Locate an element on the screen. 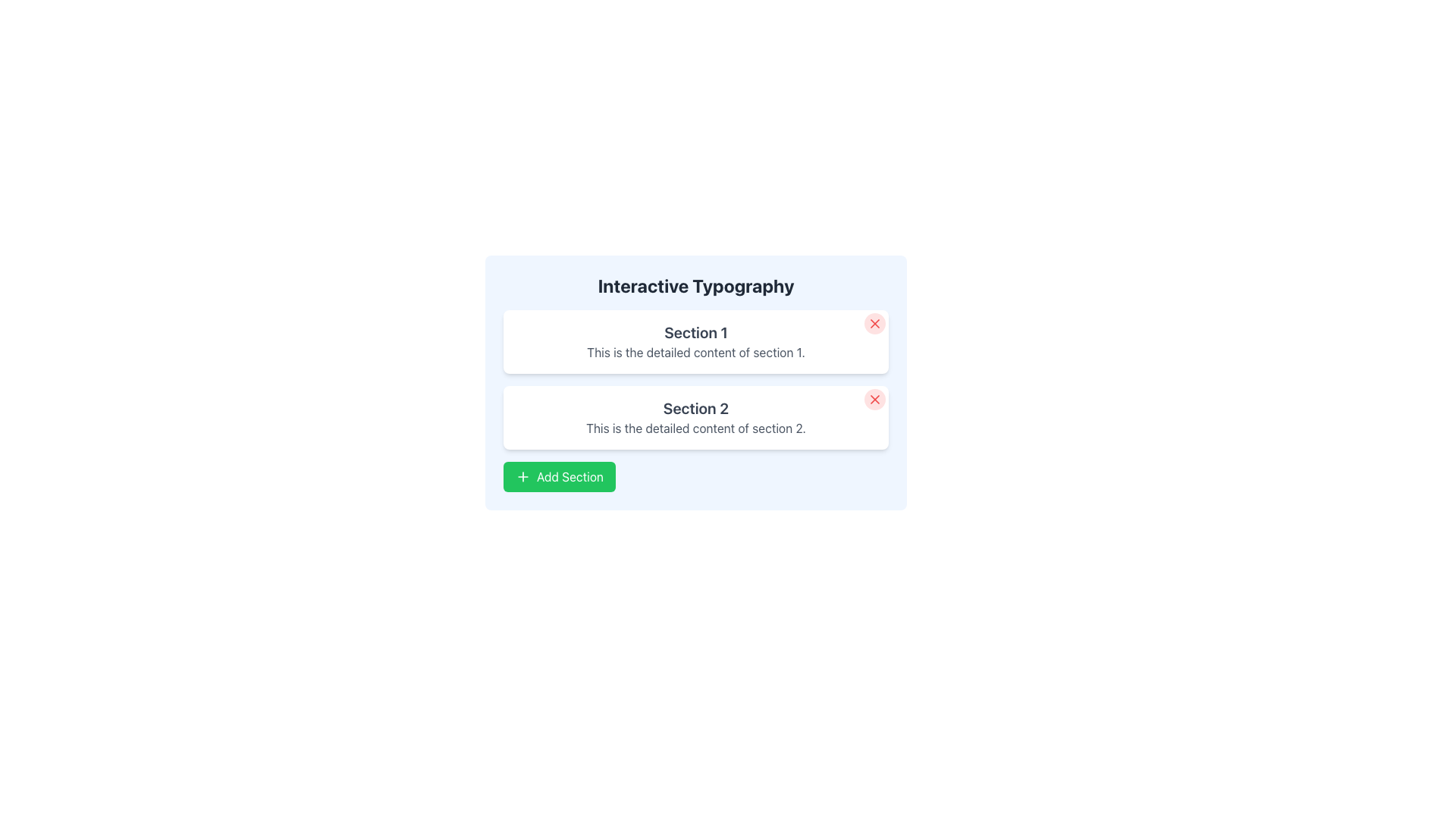 This screenshot has height=819, width=1456. the text block reading 'This is the detailed content of section 1.' which is styled in gray and positioned under the title 'Section 1' is located at coordinates (695, 353).